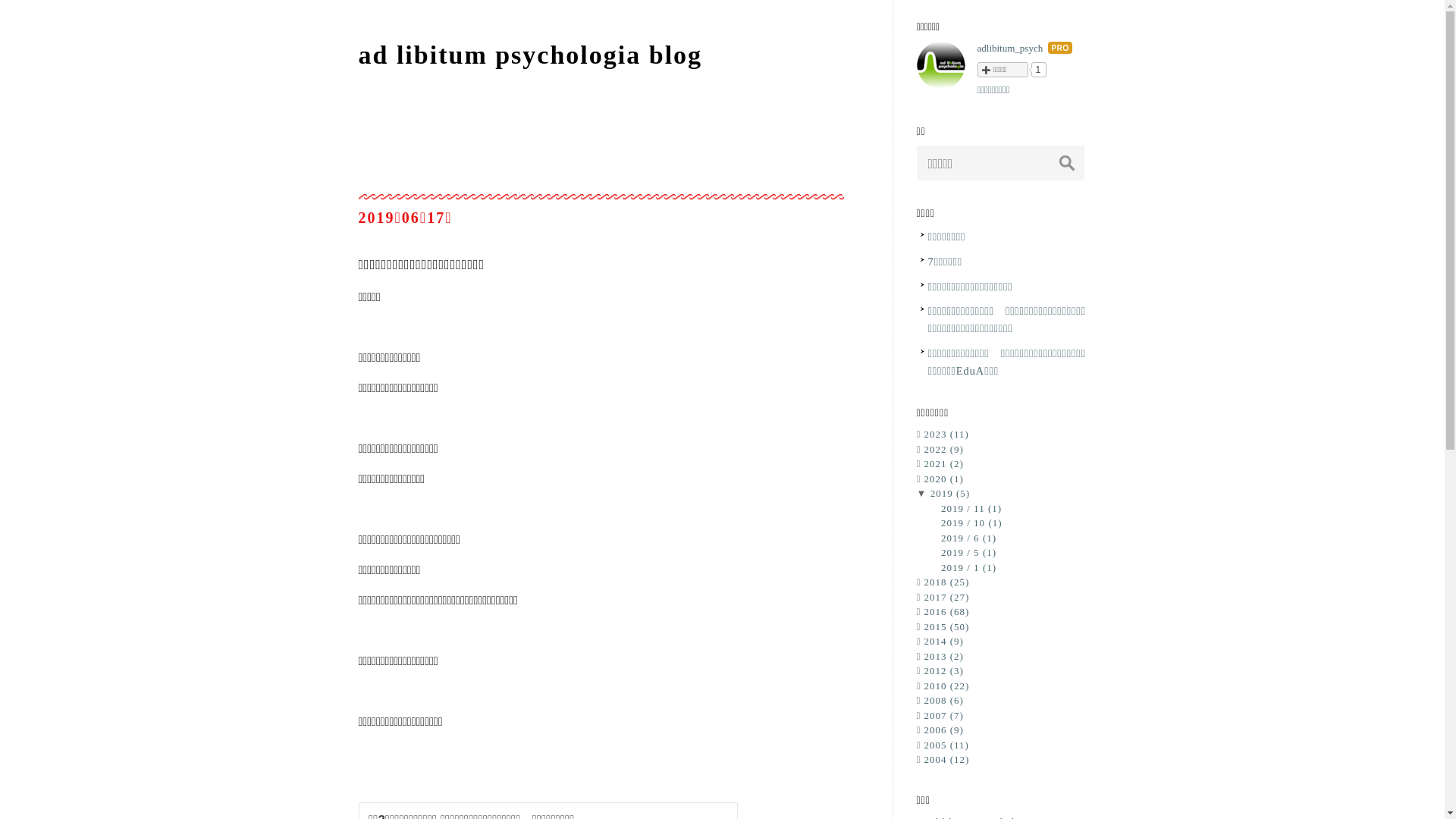 This screenshot has width=1456, height=819. Describe the element at coordinates (942, 715) in the screenshot. I see `'2007 (7)'` at that location.